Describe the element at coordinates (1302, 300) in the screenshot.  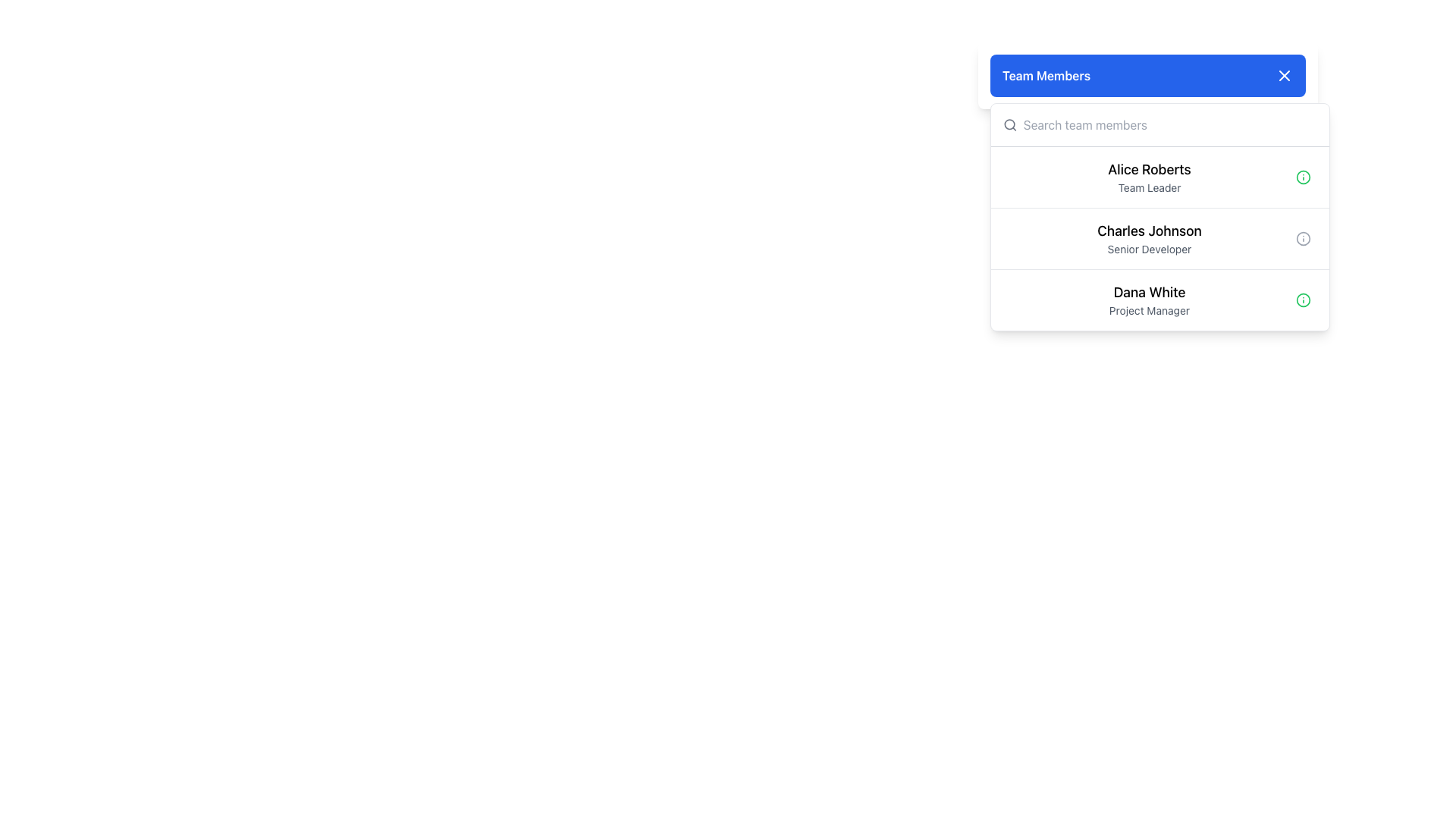
I see `the green circular information icon located to the right of 'Dana White' and 'Project Manager' in the 'Team Members' section` at that location.